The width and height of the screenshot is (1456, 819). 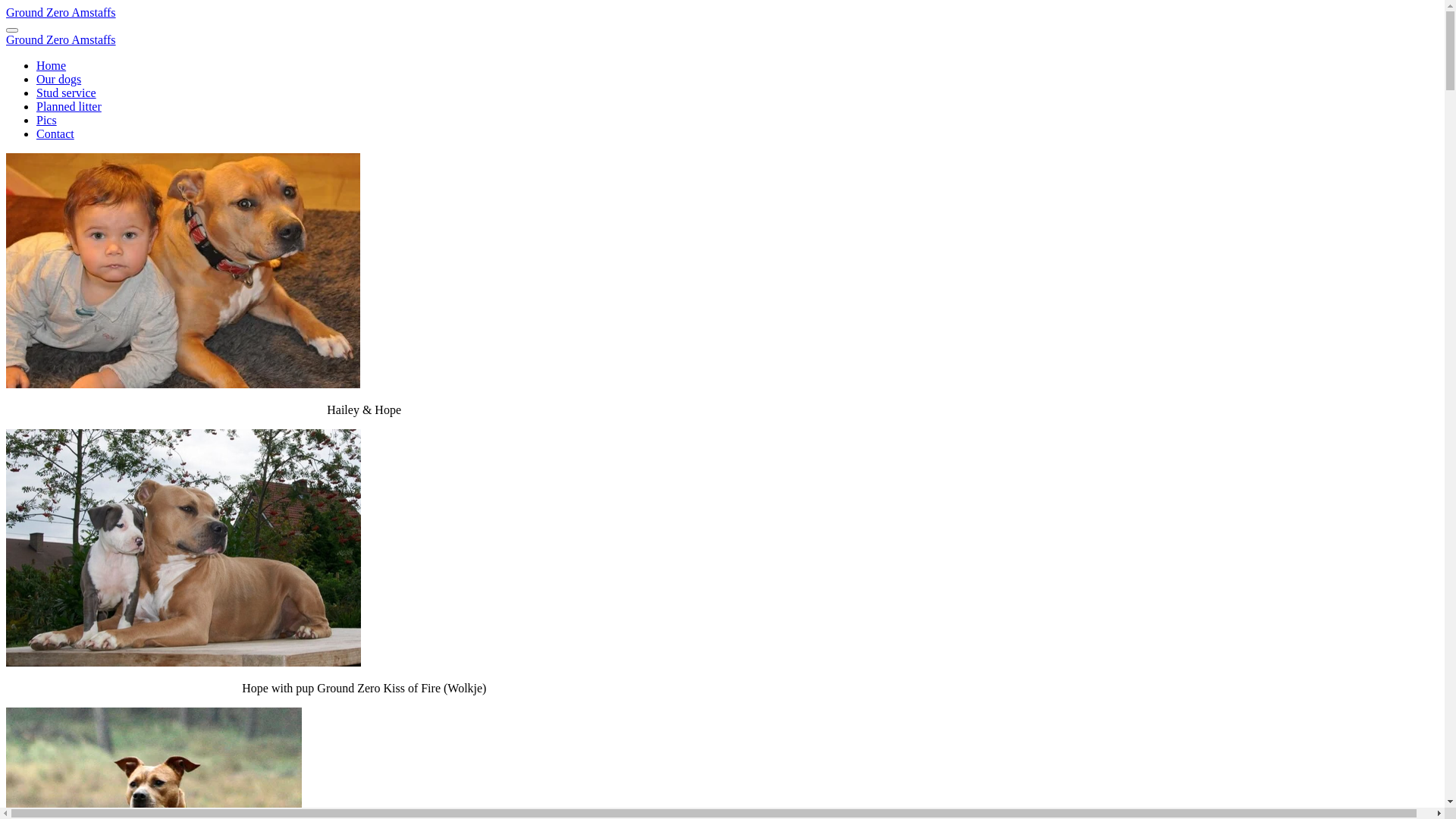 I want to click on 'Contact', so click(x=55, y=133).